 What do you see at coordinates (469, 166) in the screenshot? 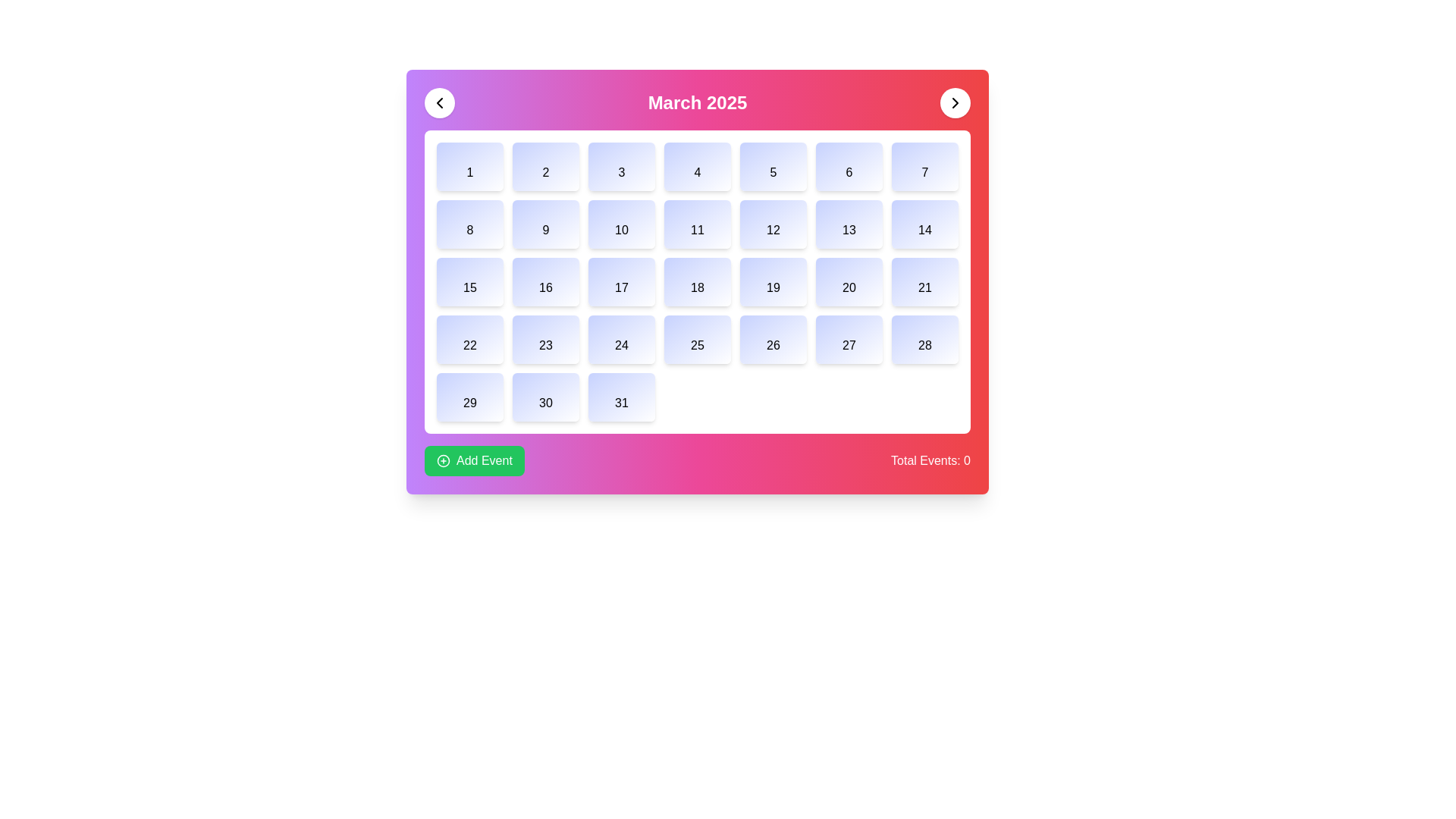
I see `the square-shaped label with a pastel gradient background and the bold numerical character '1' centered inside, located in the top-left corner of the grid layout` at bounding box center [469, 166].